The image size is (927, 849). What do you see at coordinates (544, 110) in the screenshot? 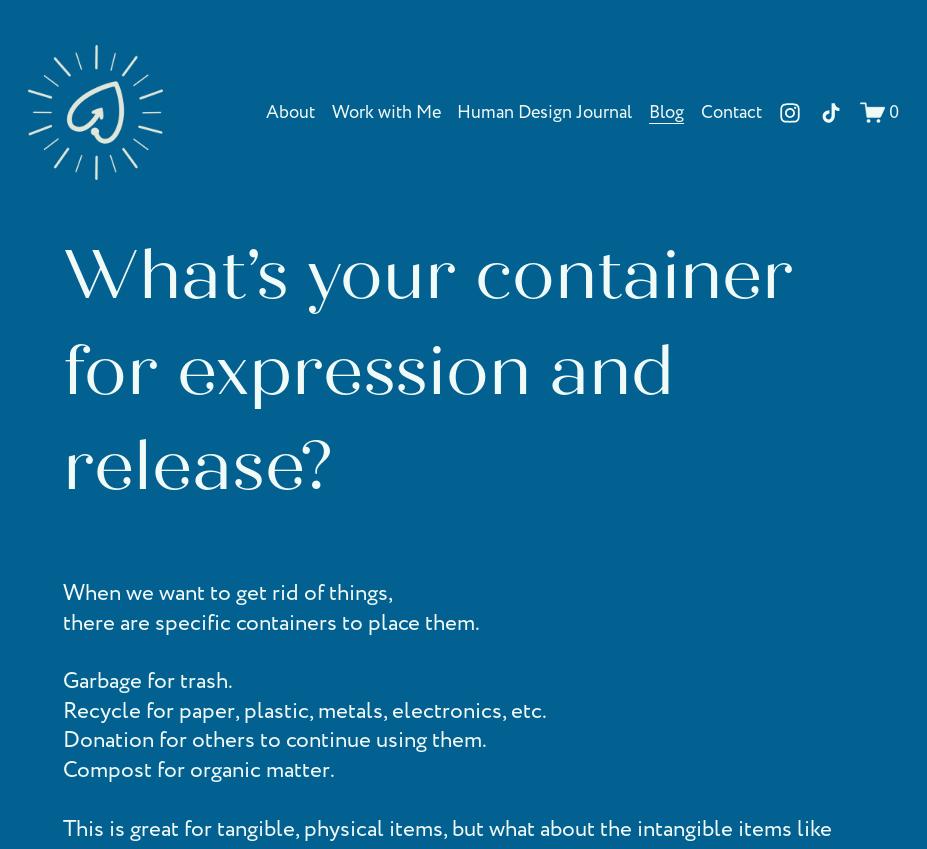
I see `'Human Design Journal'` at bounding box center [544, 110].